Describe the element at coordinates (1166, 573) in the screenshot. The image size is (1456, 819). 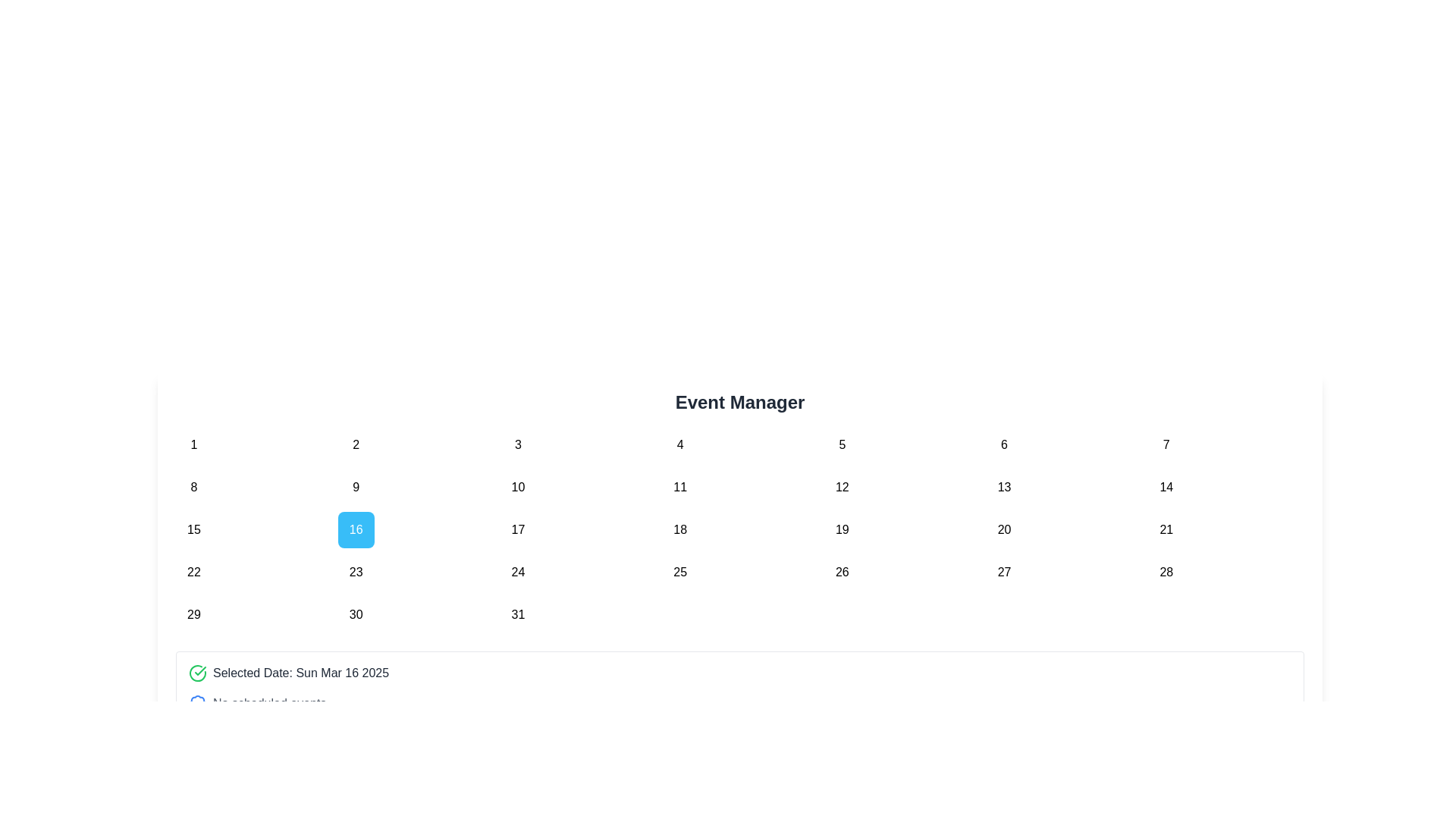
I see `the selectable date button located in the 7th position of the fourth row in a calendar grid` at that location.